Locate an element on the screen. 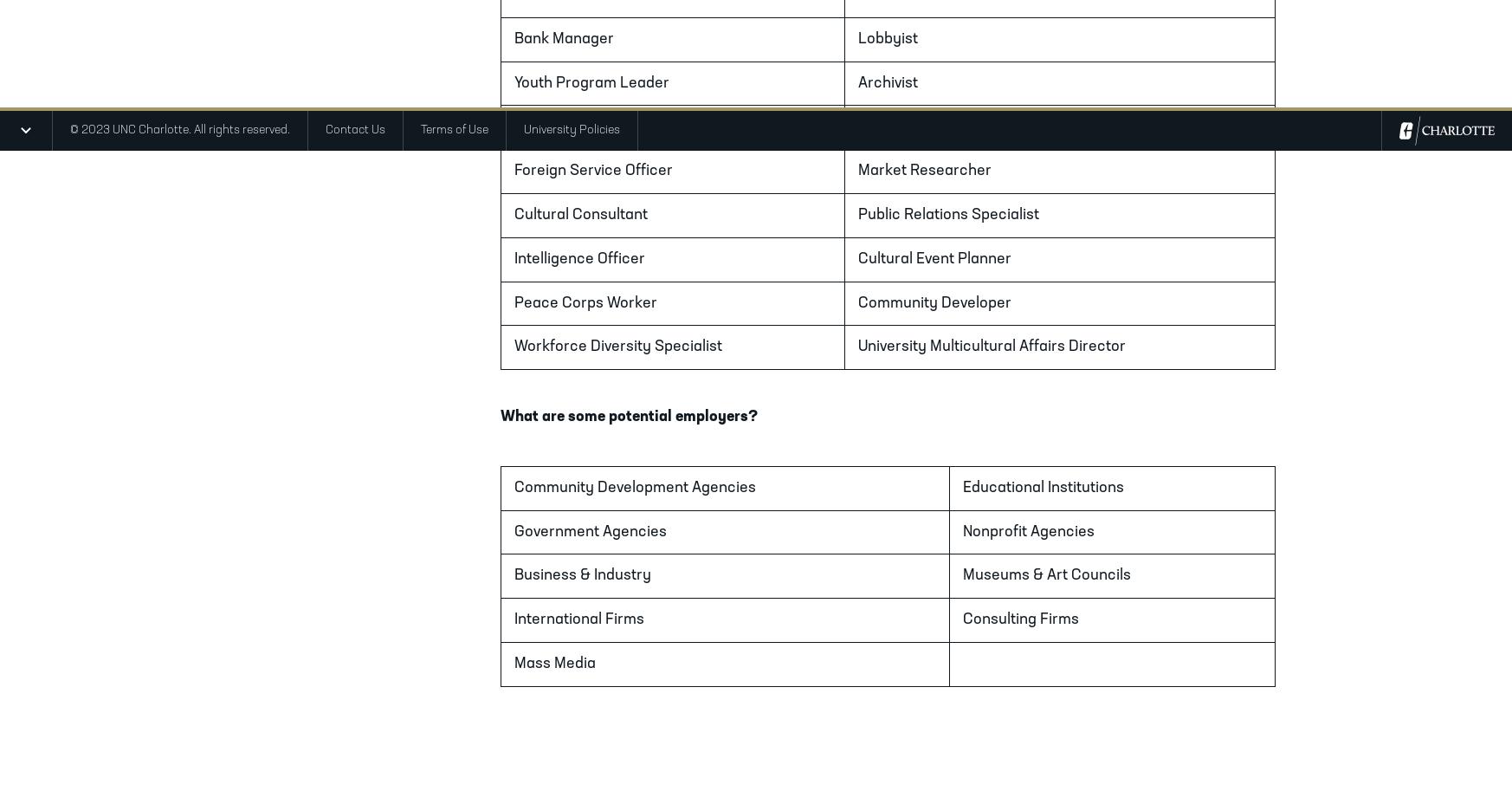 This screenshot has height=791, width=1512. 'International Firms' is located at coordinates (579, 619).